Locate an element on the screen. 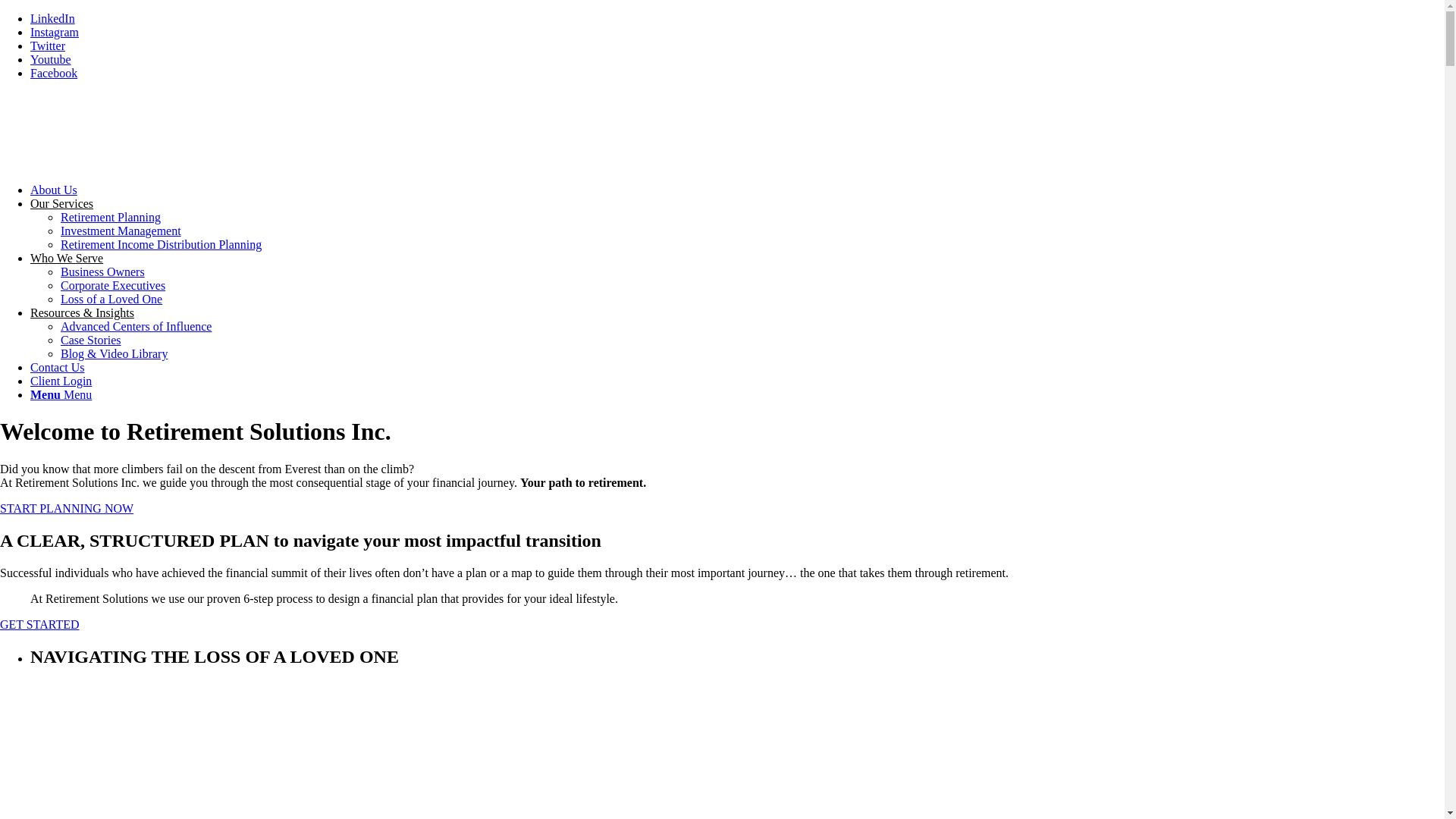 This screenshot has height=819, width=1456. 'LinkedIn' is located at coordinates (52, 18).